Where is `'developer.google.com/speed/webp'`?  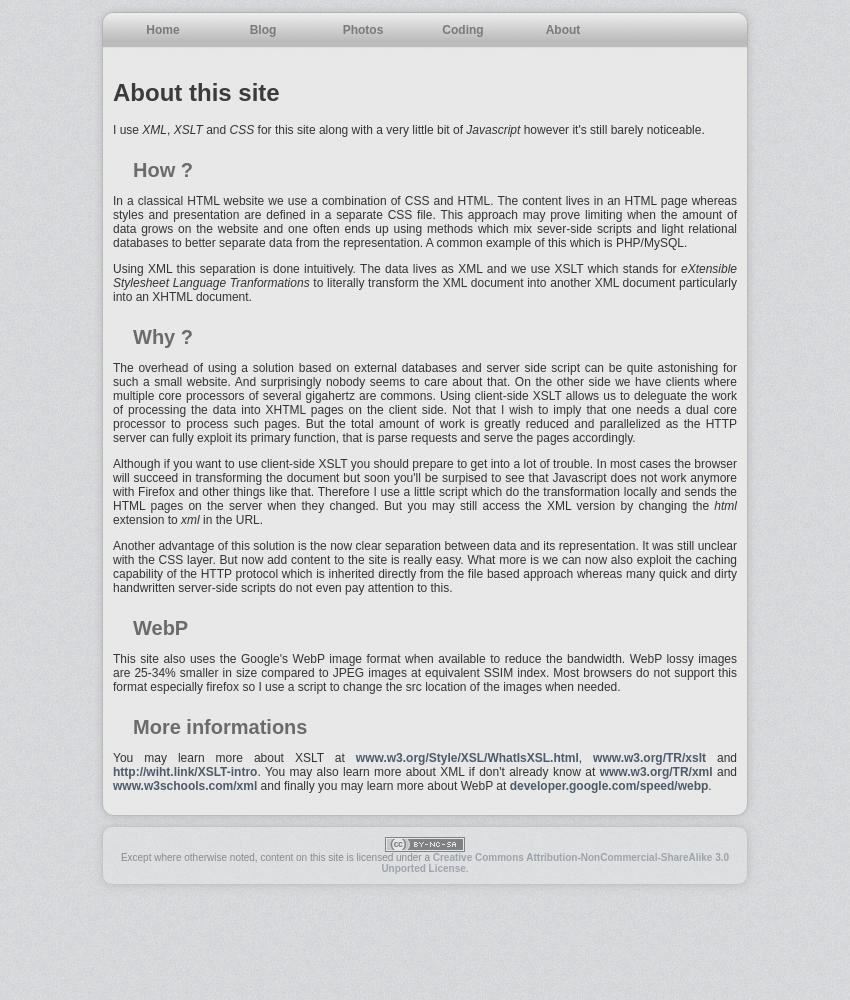
'developer.google.com/speed/webp' is located at coordinates (607, 786).